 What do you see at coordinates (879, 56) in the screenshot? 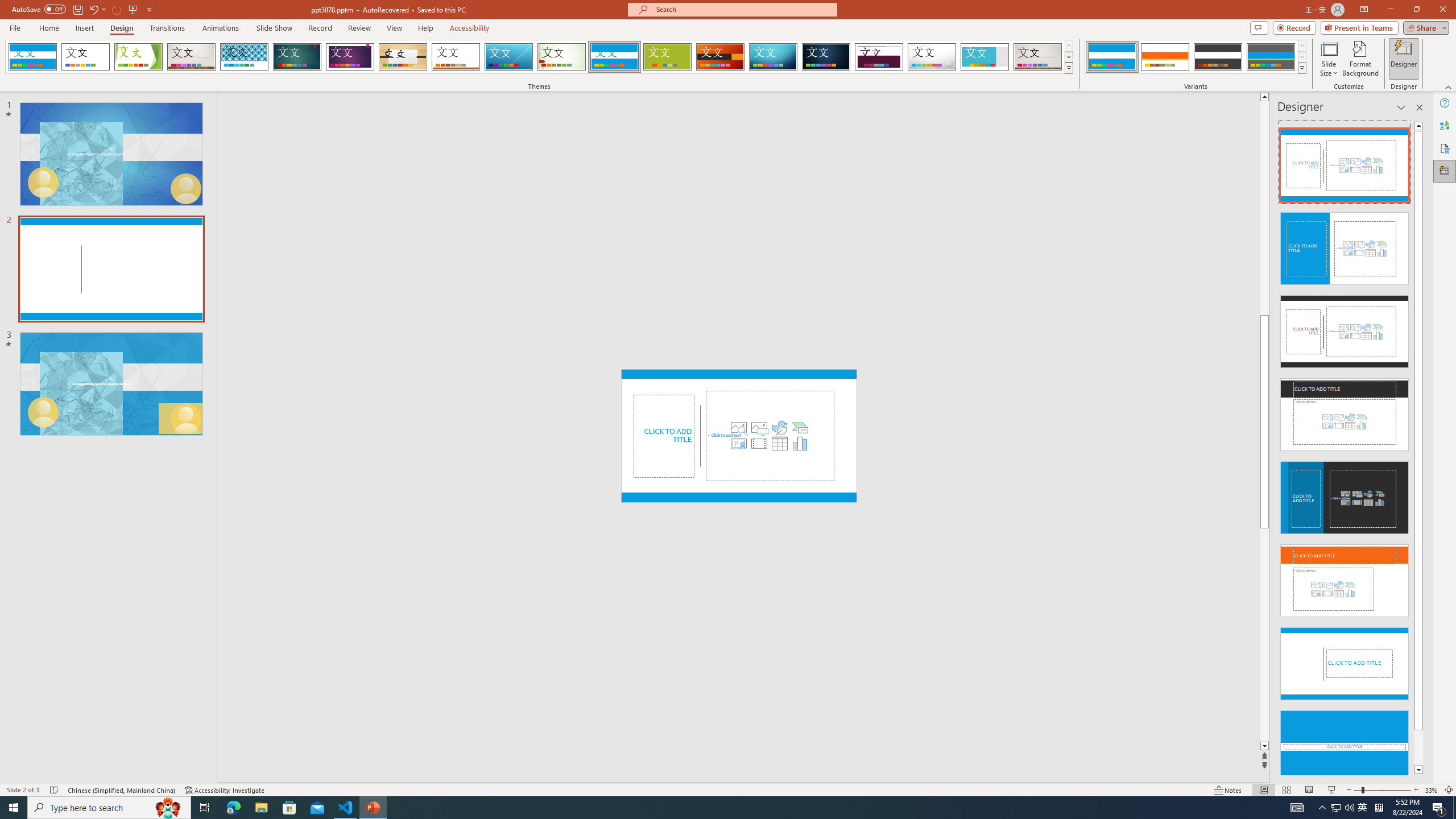
I see `'Dividend'` at bounding box center [879, 56].